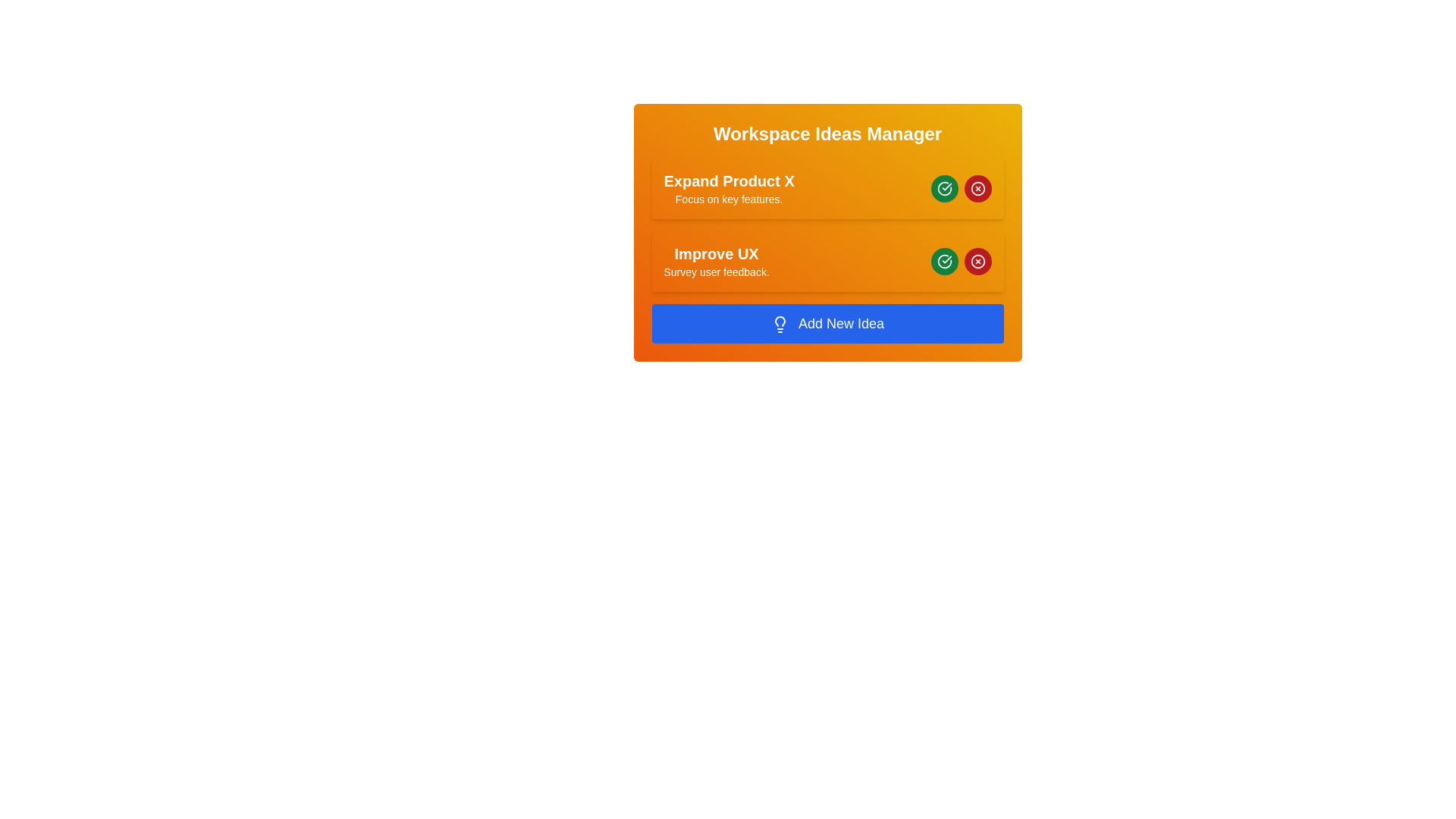 Image resolution: width=1456 pixels, height=819 pixels. Describe the element at coordinates (729, 198) in the screenshot. I see `the Text label located below 'Expand Product X' in the top-left quadrant of the interface` at that location.